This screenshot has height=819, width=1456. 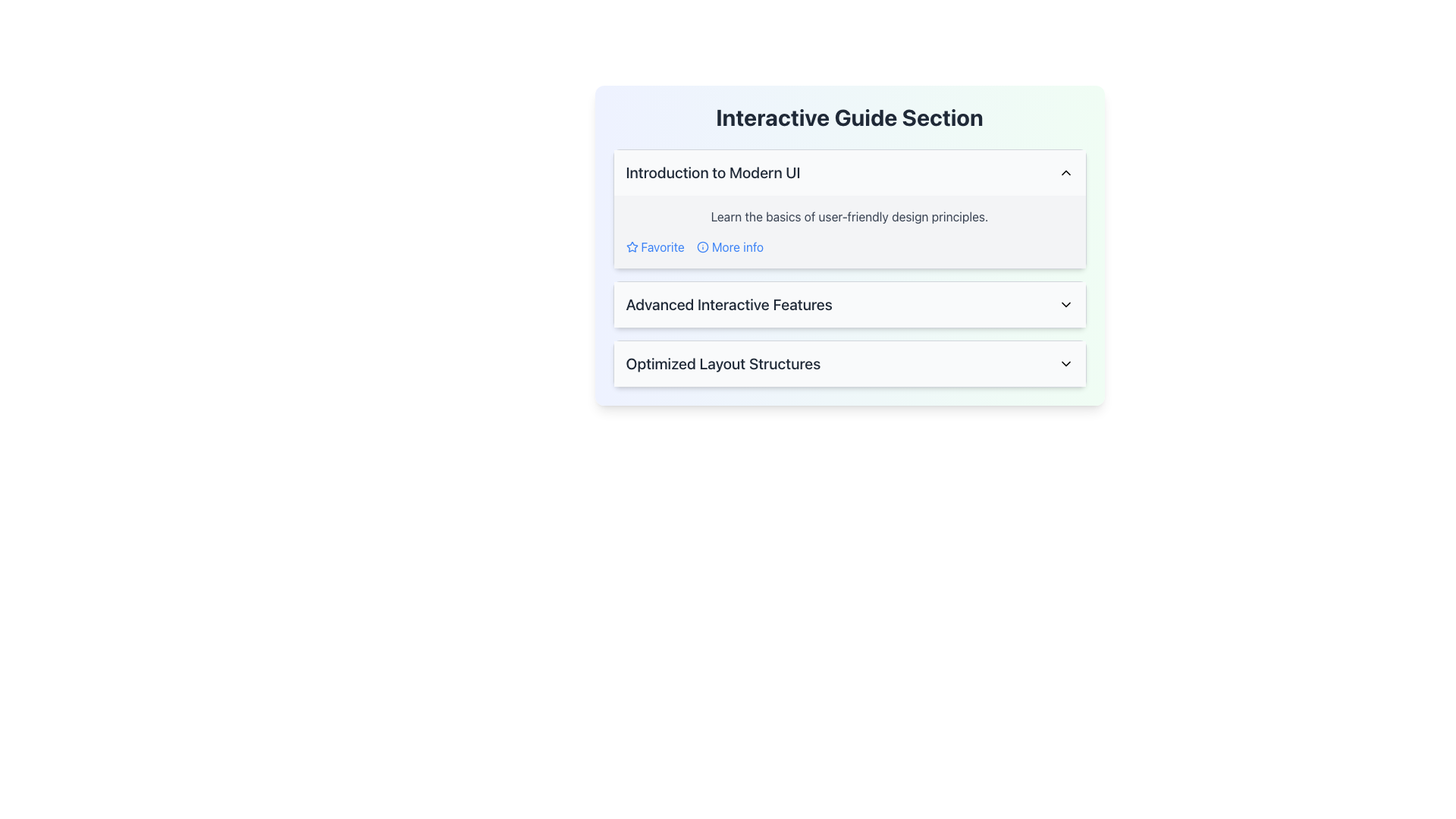 I want to click on the downward-facing chevron icon in the 'Advanced Interactive Features' section, so click(x=1065, y=304).